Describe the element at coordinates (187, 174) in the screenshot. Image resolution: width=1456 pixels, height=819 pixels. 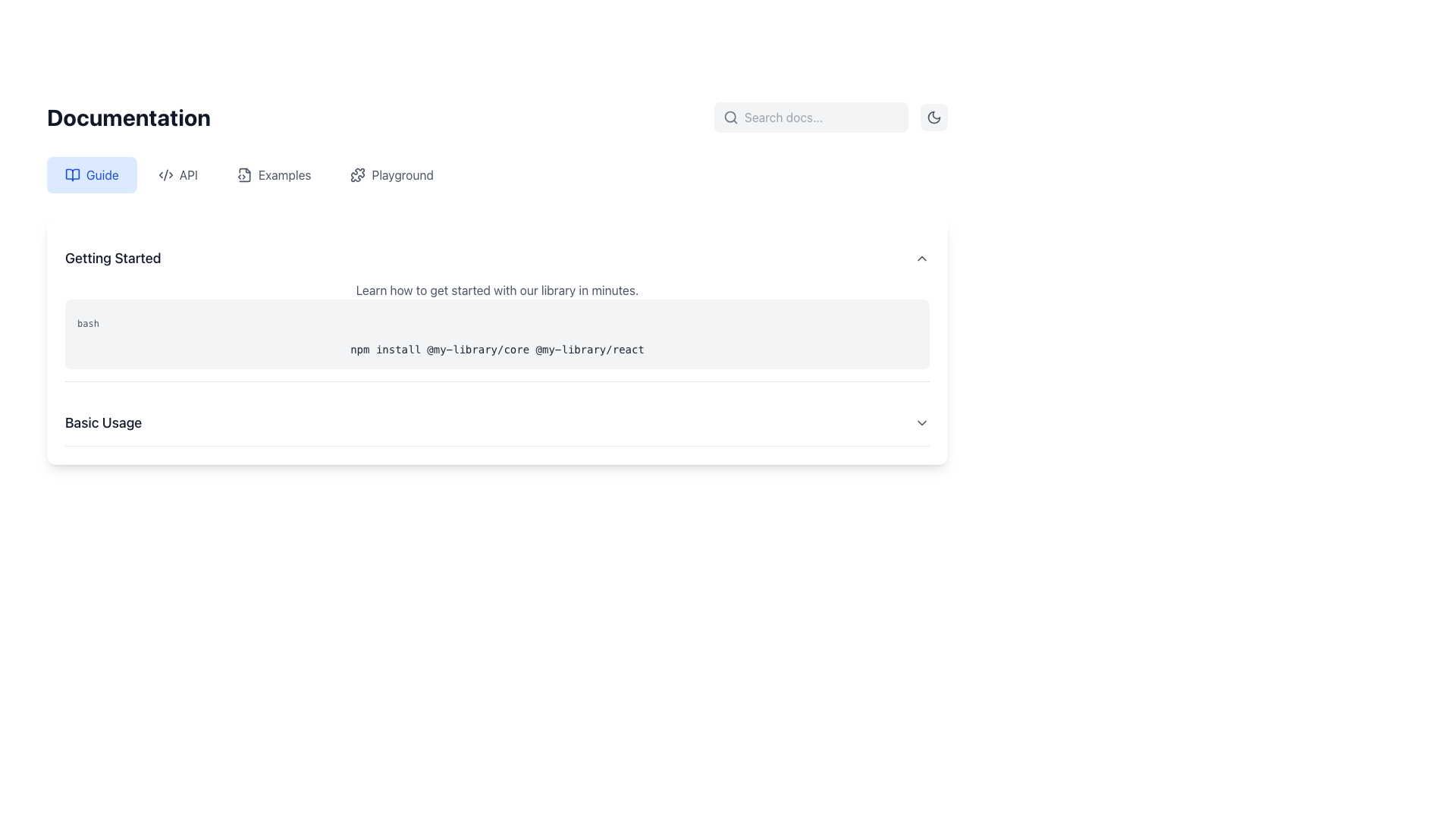
I see `the 'API' text label located in the navigation cluster` at that location.